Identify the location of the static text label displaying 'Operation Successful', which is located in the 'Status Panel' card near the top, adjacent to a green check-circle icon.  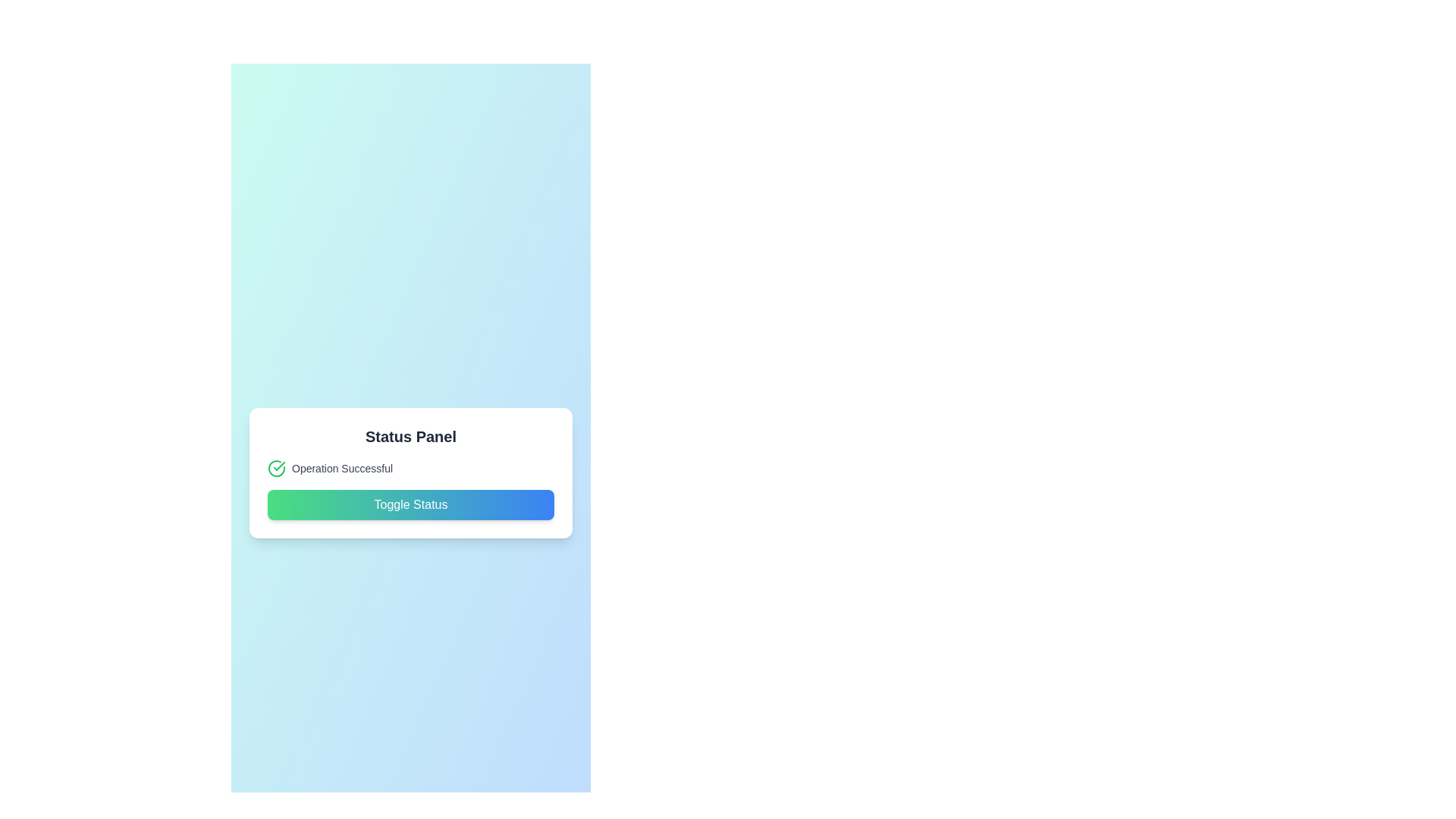
(341, 467).